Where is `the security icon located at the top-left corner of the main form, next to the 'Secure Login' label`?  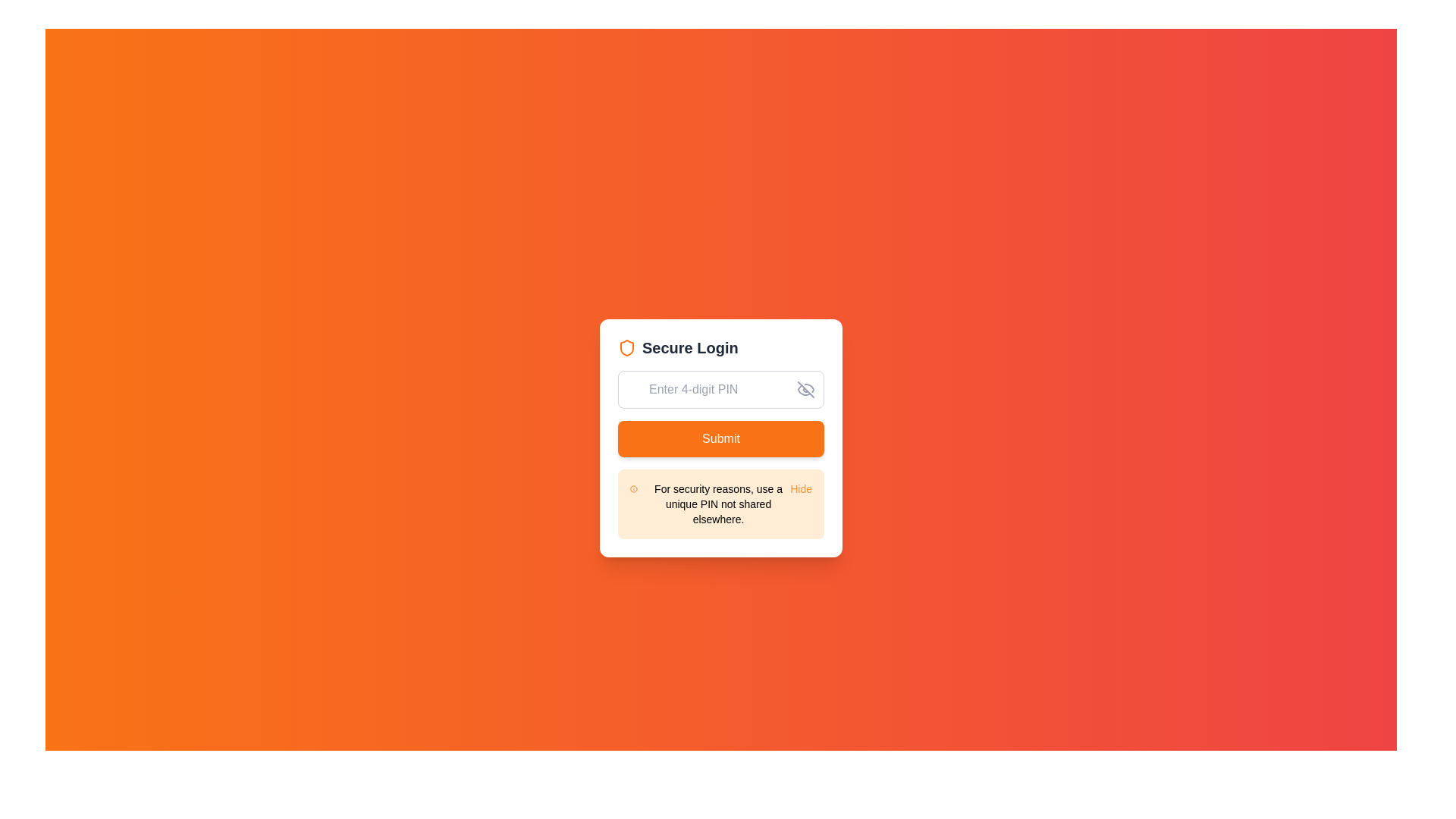 the security icon located at the top-left corner of the main form, next to the 'Secure Login' label is located at coordinates (626, 348).